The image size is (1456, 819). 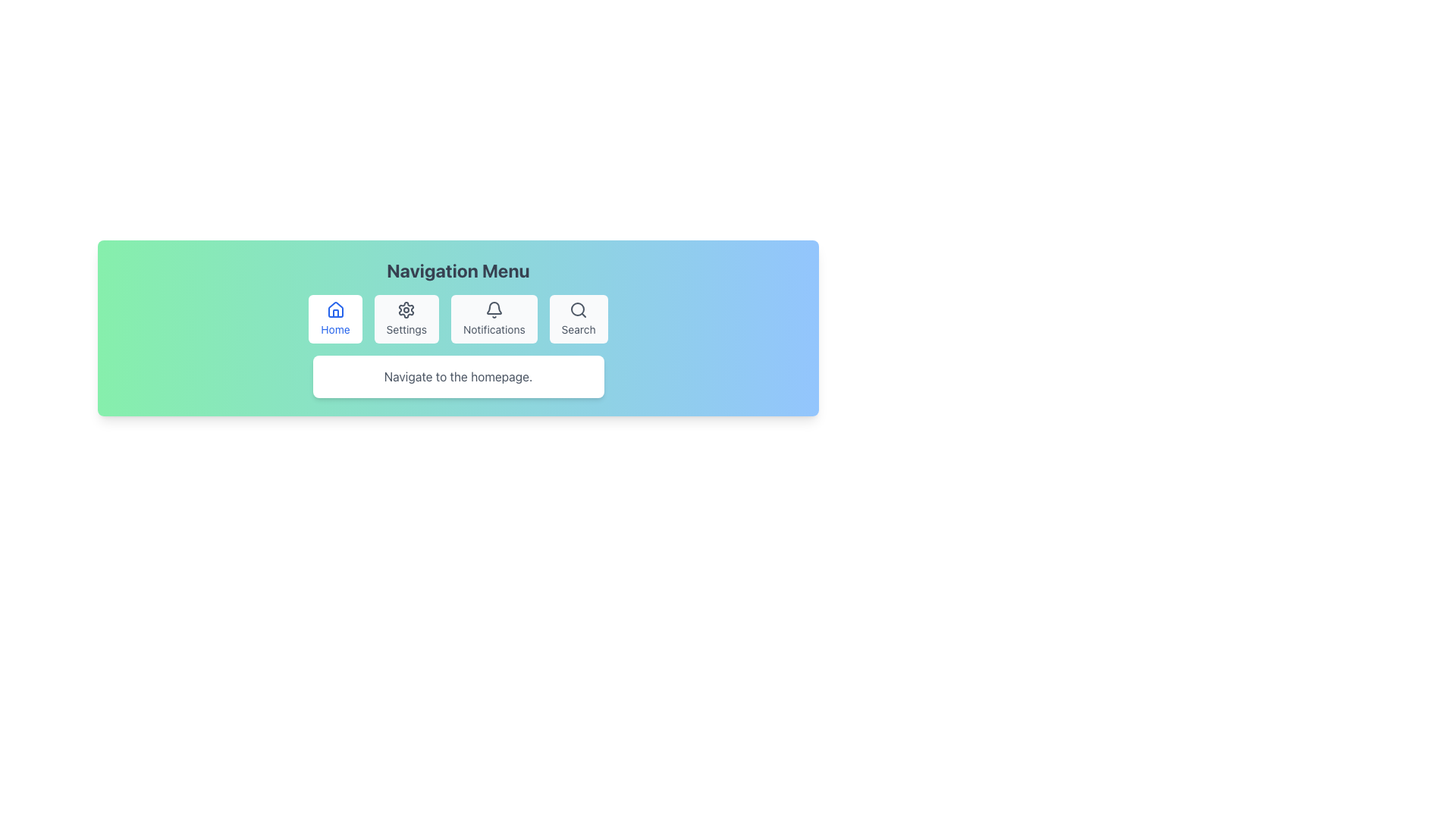 What do you see at coordinates (334, 318) in the screenshot?
I see `the 'Home' button in the navigation menu for keyboard navigation` at bounding box center [334, 318].